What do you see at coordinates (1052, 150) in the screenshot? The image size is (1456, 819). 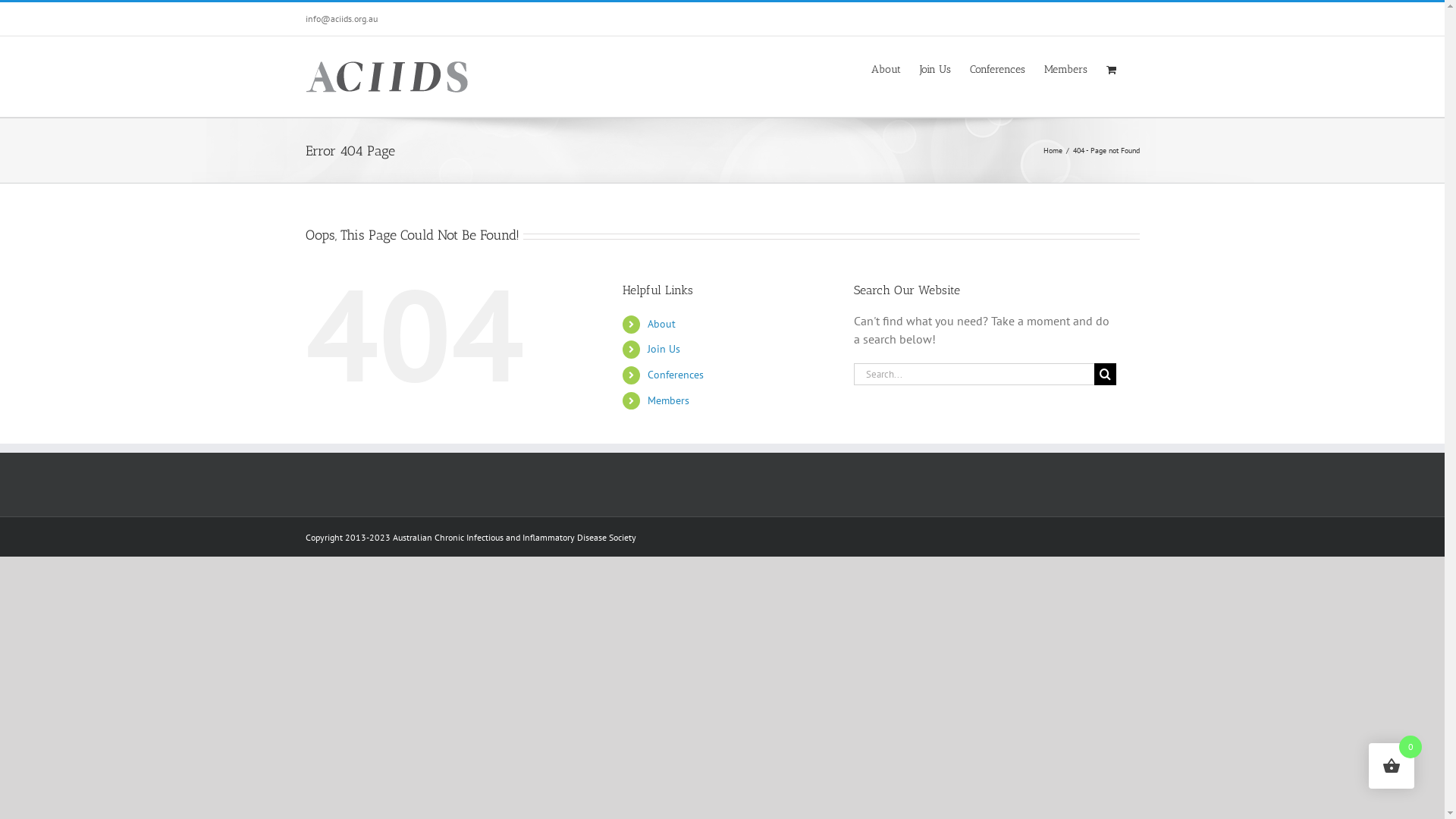 I see `'Home'` at bounding box center [1052, 150].